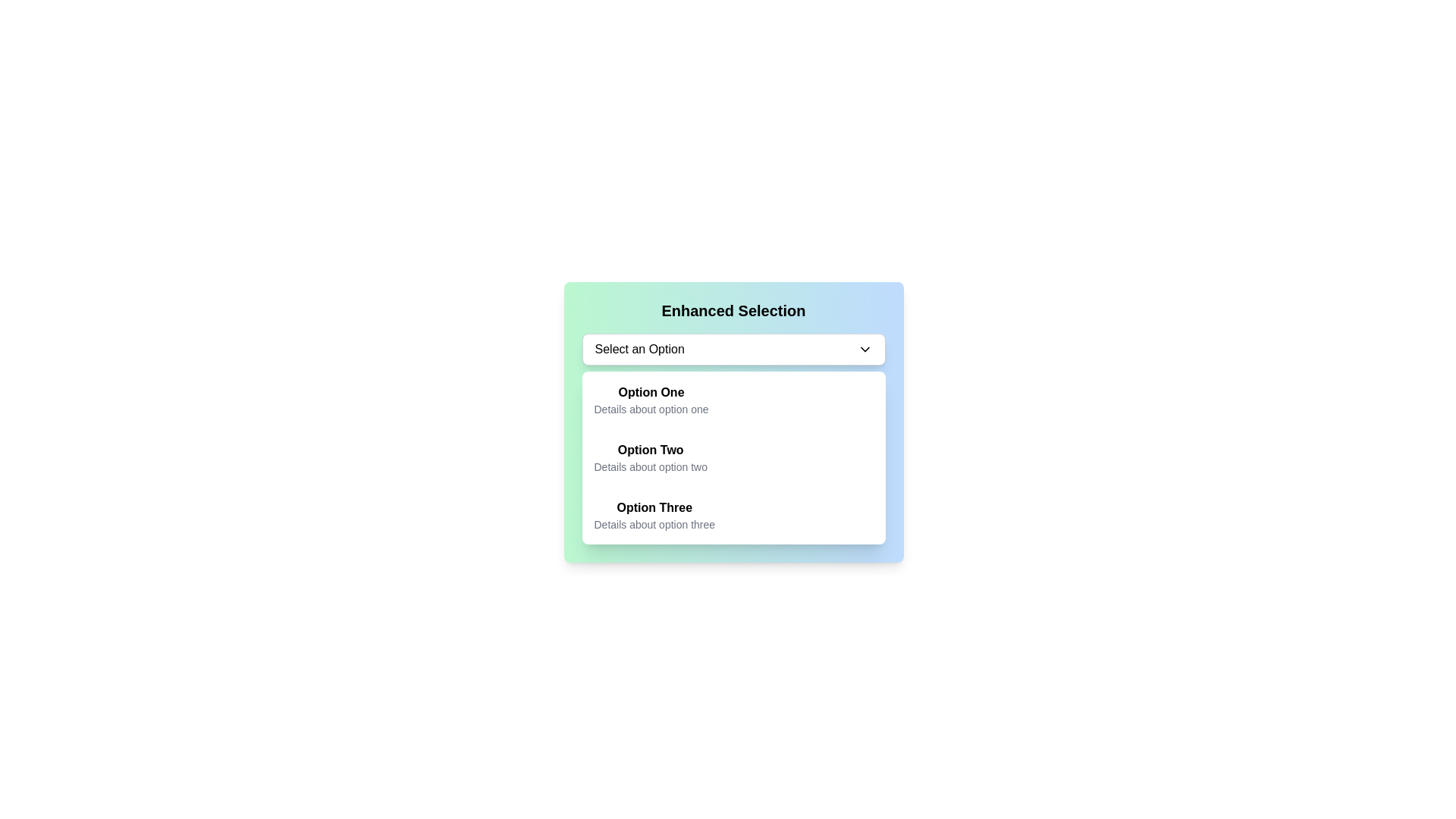 The image size is (1456, 819). Describe the element at coordinates (733, 457) in the screenshot. I see `the second selectable option in the dropdown list` at that location.